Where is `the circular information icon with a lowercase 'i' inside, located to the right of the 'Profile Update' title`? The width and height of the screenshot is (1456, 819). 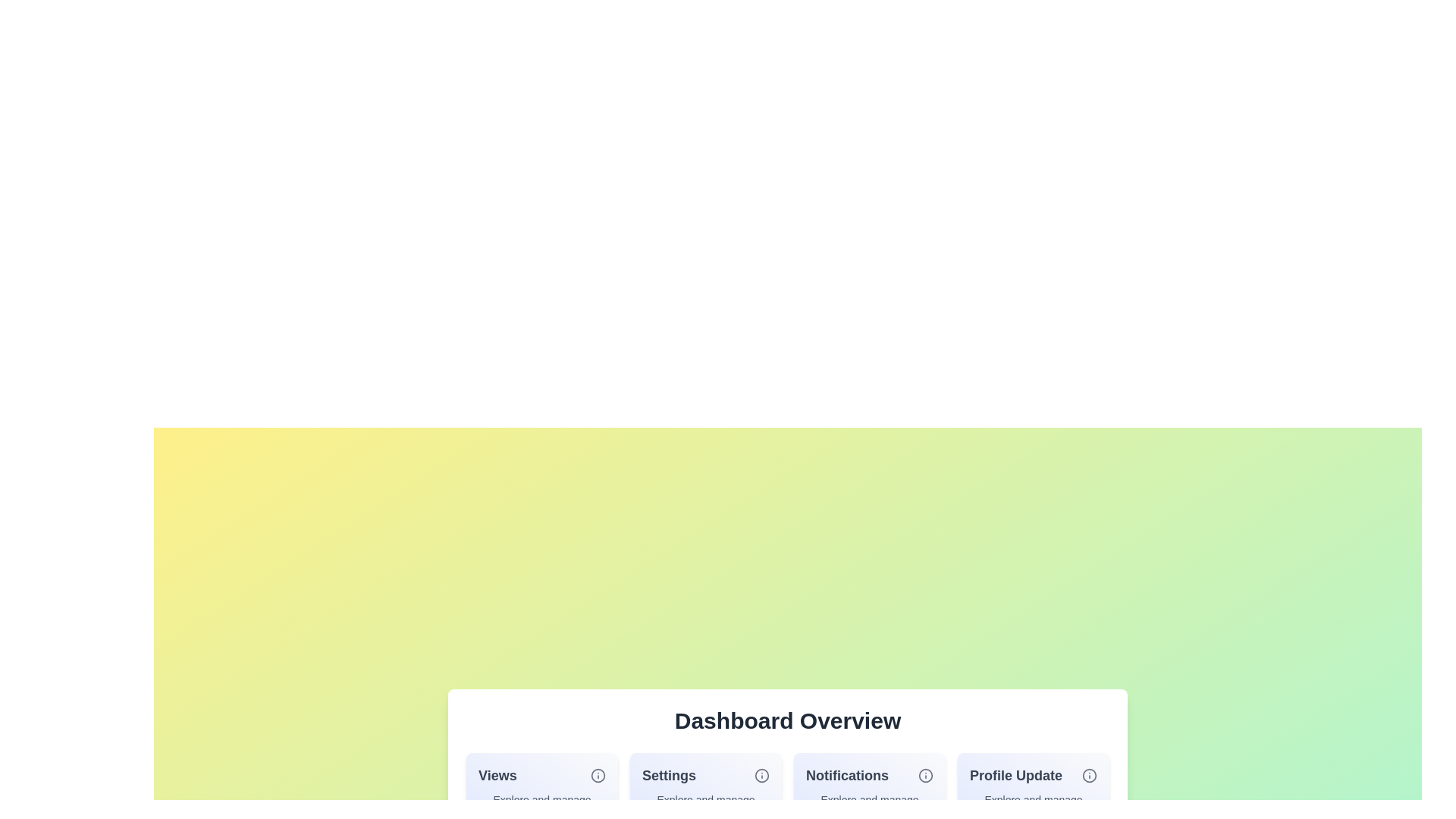 the circular information icon with a lowercase 'i' inside, located to the right of the 'Profile Update' title is located at coordinates (1088, 775).